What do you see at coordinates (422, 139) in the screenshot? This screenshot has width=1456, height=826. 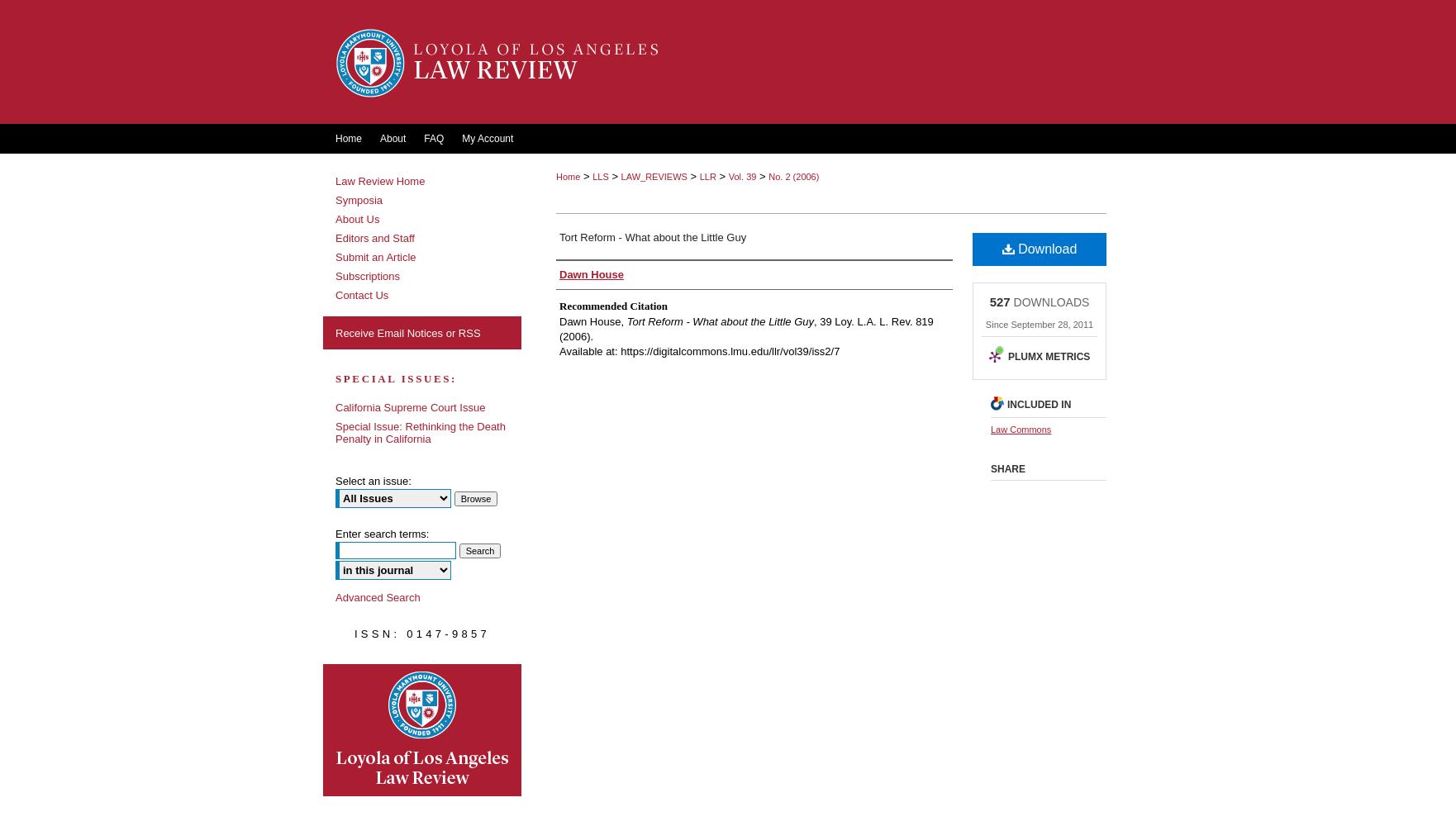 I see `'FAQ'` at bounding box center [422, 139].